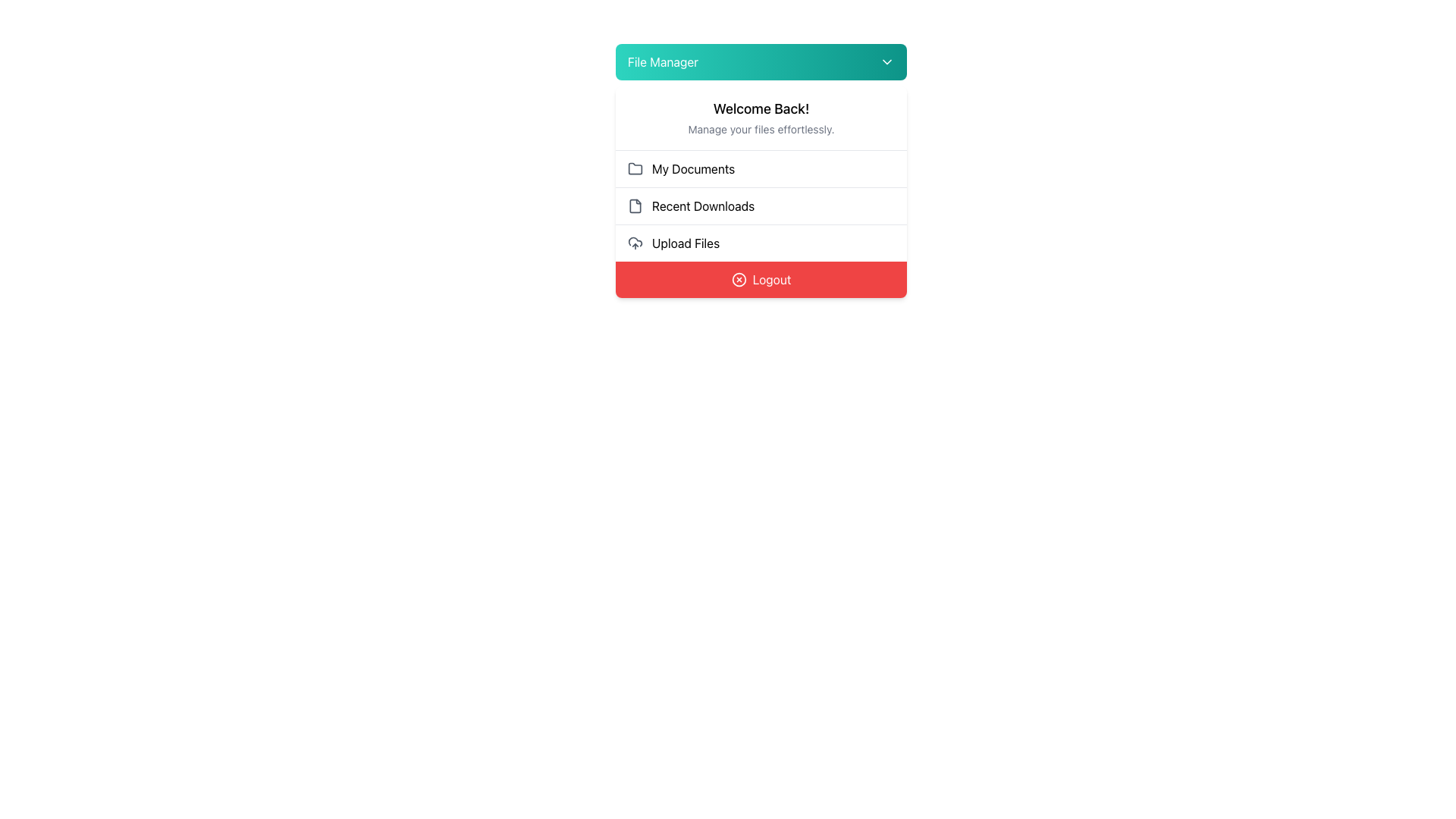  What do you see at coordinates (761, 206) in the screenshot?
I see `the second option 'Recent Downloads' in the vertical navigation list containing 'My Documents', 'Recent Downloads', and 'Upload Files'` at bounding box center [761, 206].